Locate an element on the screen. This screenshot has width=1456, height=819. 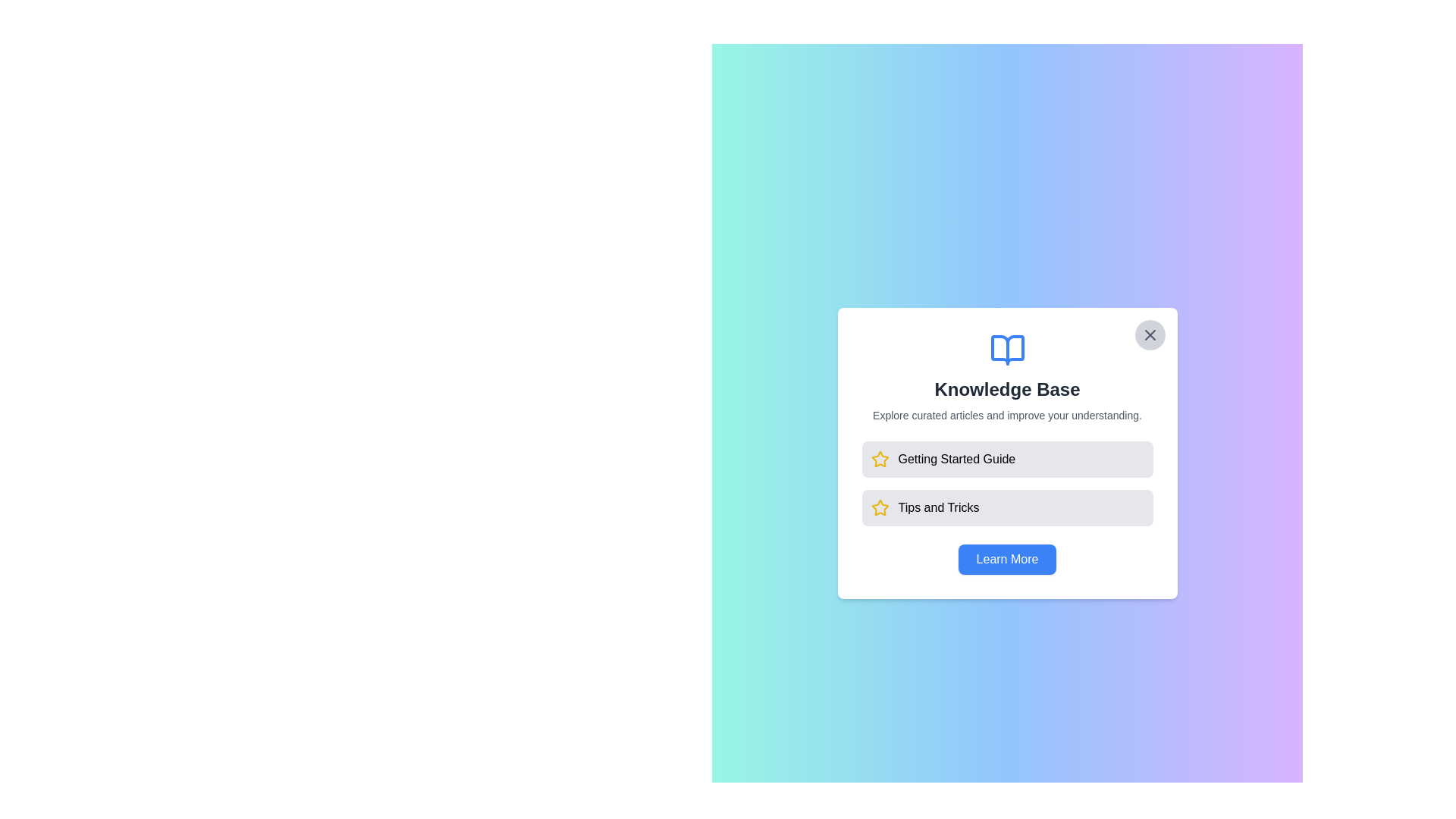
the lower section of the grouped list item labeled 'Tips and Tricks' is located at coordinates (1007, 483).